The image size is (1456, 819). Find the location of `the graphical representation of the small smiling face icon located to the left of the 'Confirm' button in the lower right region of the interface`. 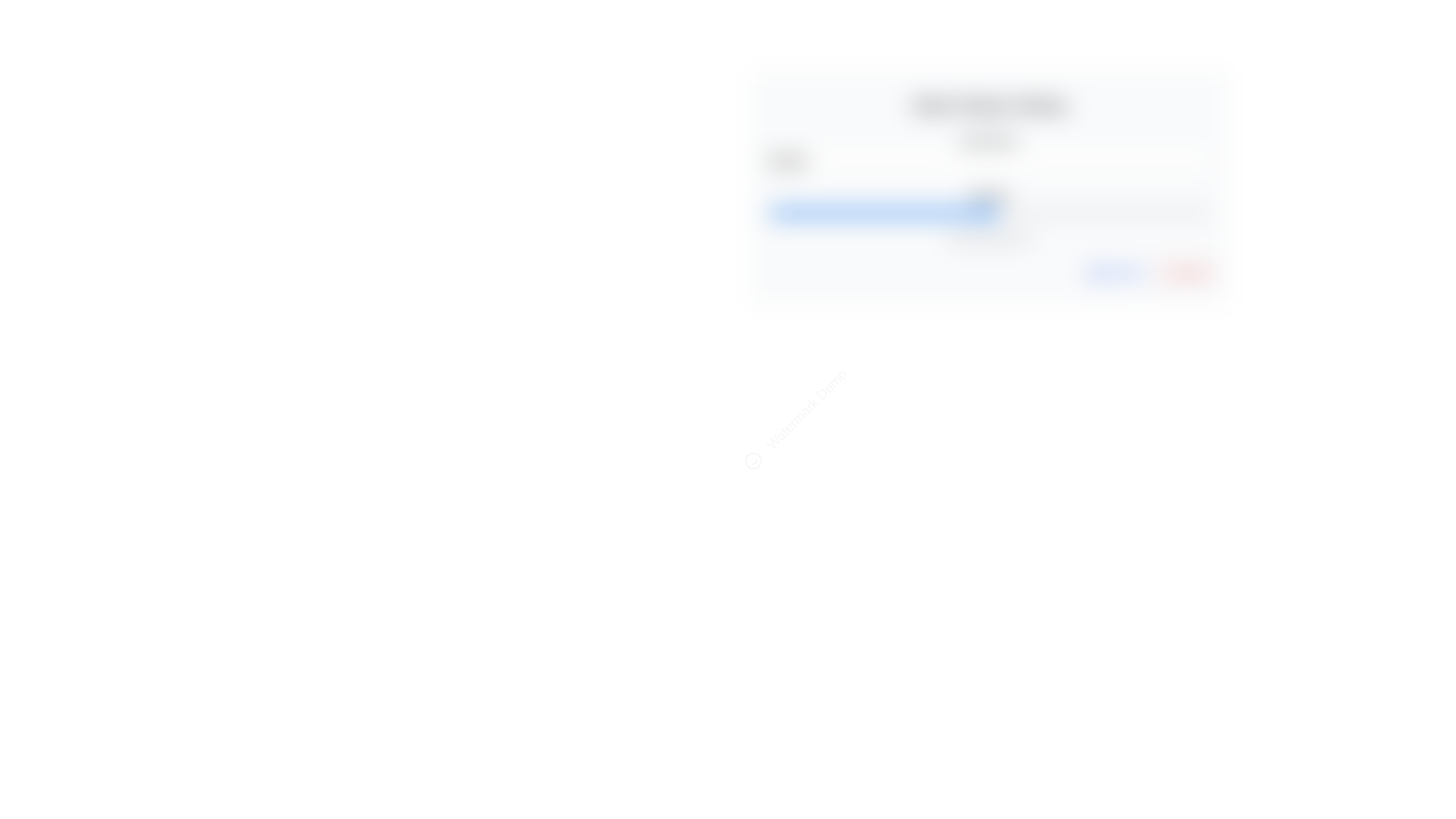

the graphical representation of the small smiling face icon located to the left of the 'Confirm' button in the lower right region of the interface is located at coordinates (1095, 271).